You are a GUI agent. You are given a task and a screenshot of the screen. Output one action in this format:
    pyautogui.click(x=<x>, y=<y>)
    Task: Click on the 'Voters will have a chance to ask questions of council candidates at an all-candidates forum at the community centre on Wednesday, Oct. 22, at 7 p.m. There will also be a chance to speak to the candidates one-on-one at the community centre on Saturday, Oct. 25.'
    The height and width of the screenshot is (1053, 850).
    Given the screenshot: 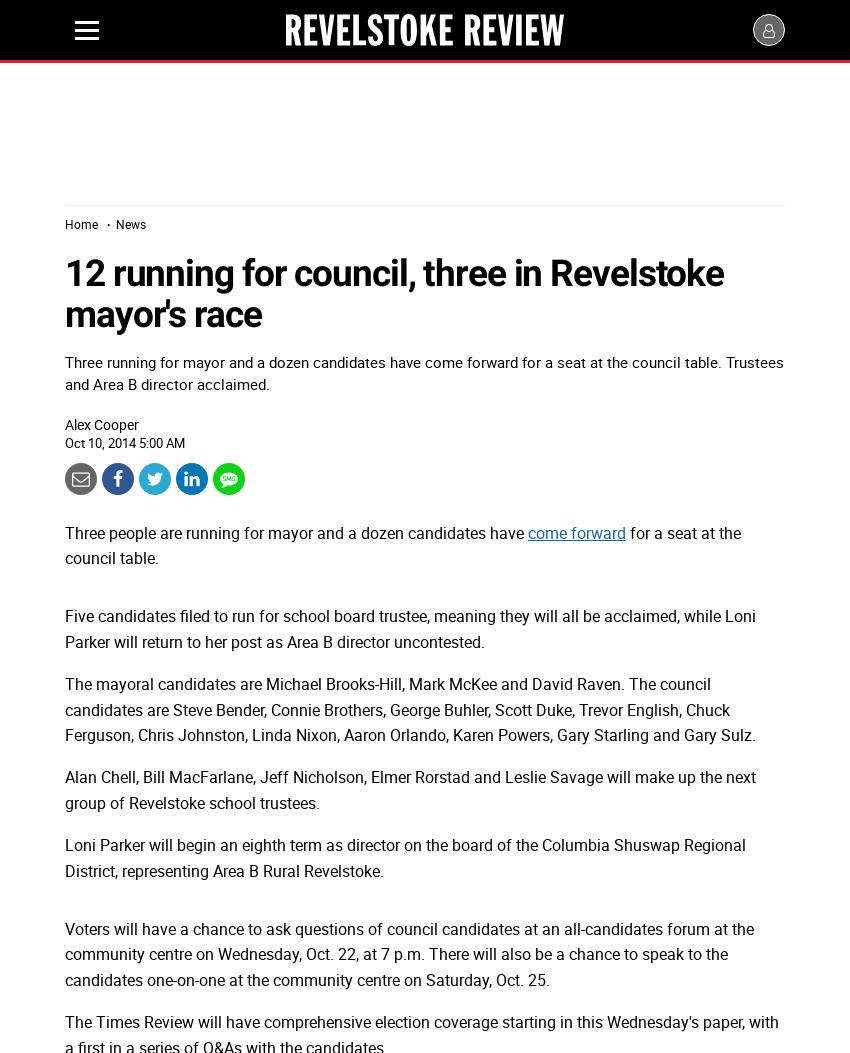 What is the action you would take?
    pyautogui.click(x=409, y=953)
    